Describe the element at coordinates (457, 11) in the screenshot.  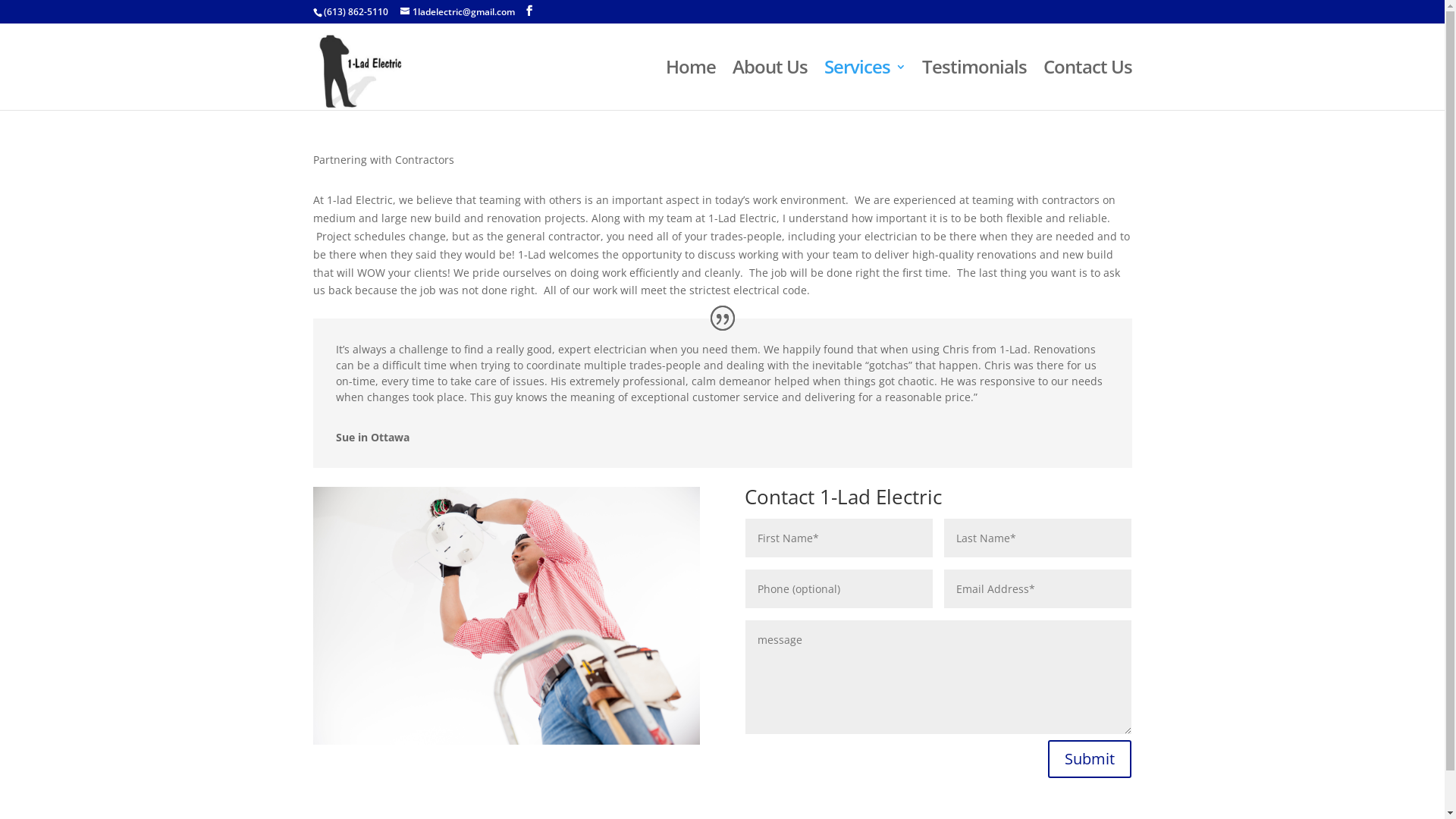
I see `'1ladelectric@gmail.com'` at that location.